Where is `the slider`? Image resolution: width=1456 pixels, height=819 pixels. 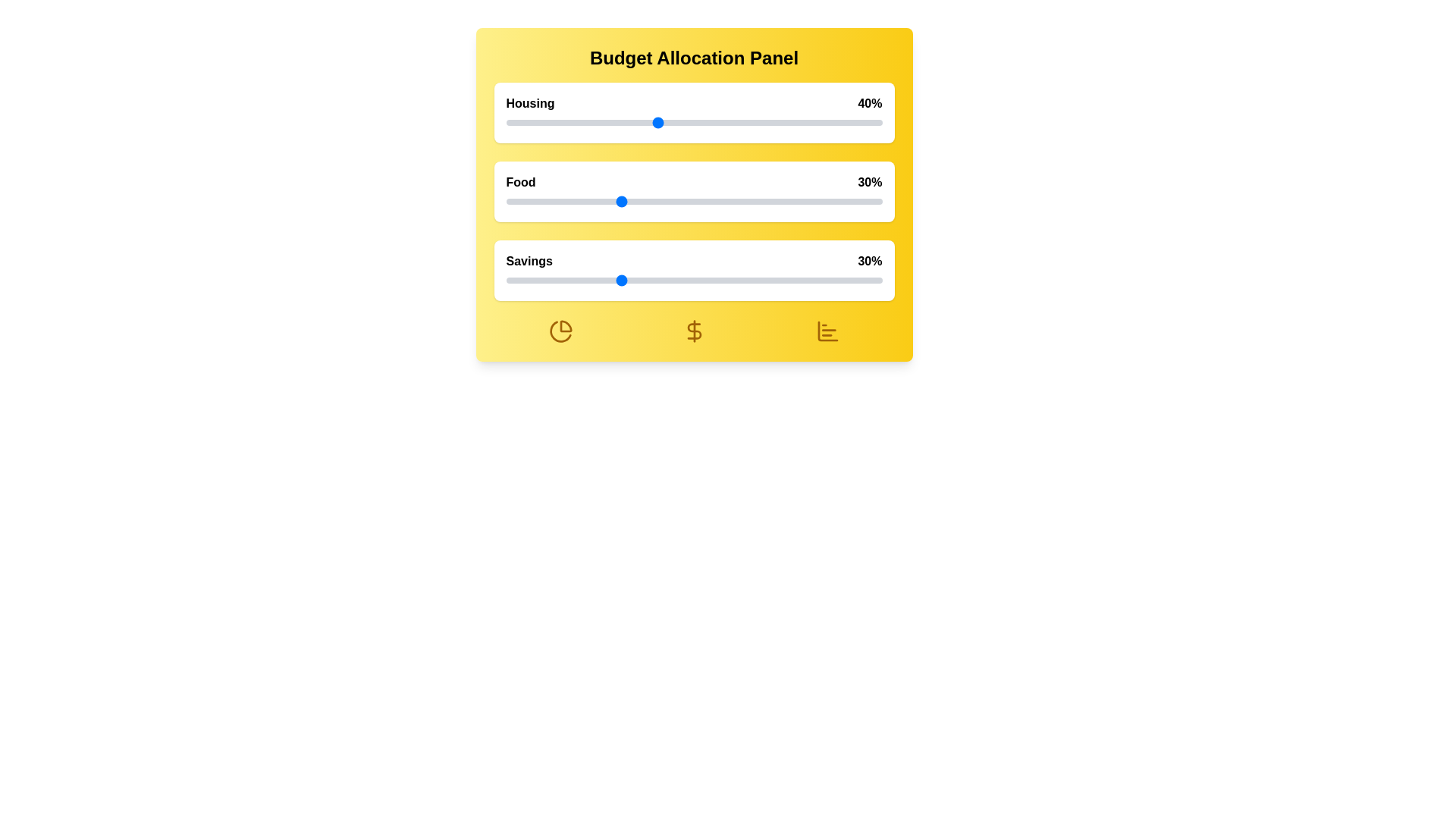
the slider is located at coordinates (525, 201).